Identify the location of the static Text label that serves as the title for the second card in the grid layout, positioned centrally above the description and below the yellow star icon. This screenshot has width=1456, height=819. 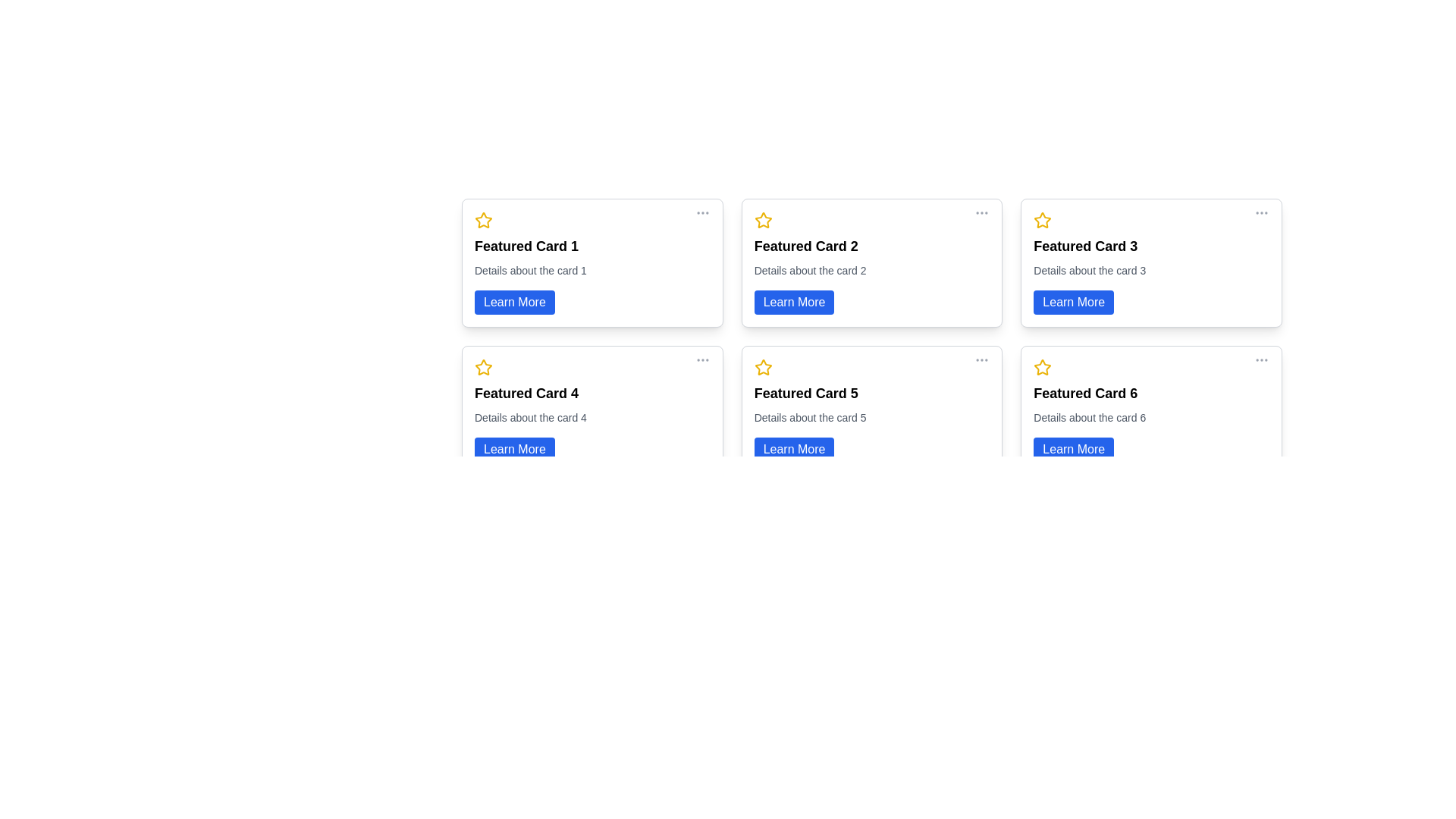
(805, 245).